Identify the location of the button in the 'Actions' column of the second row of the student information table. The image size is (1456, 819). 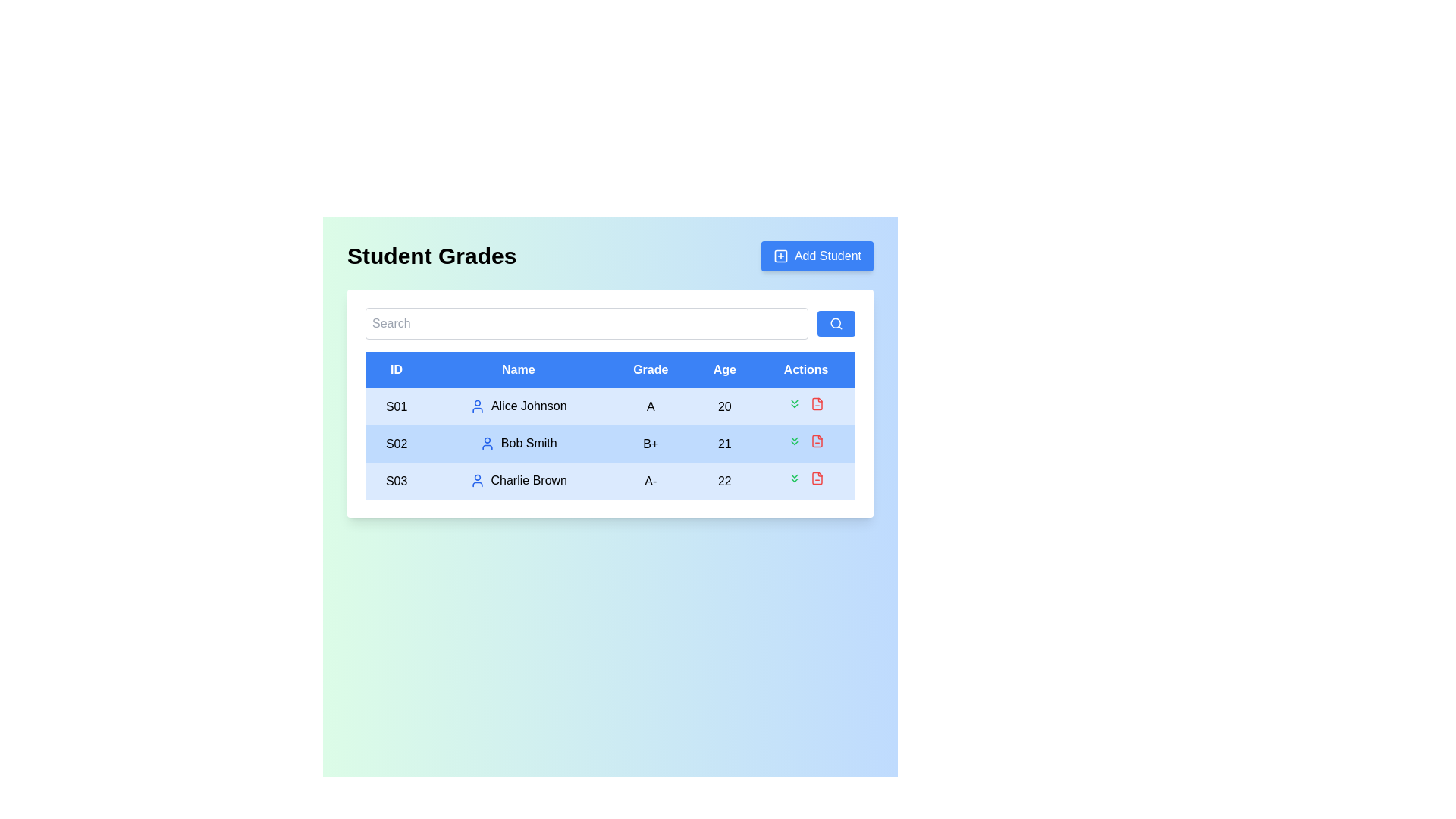
(794, 441).